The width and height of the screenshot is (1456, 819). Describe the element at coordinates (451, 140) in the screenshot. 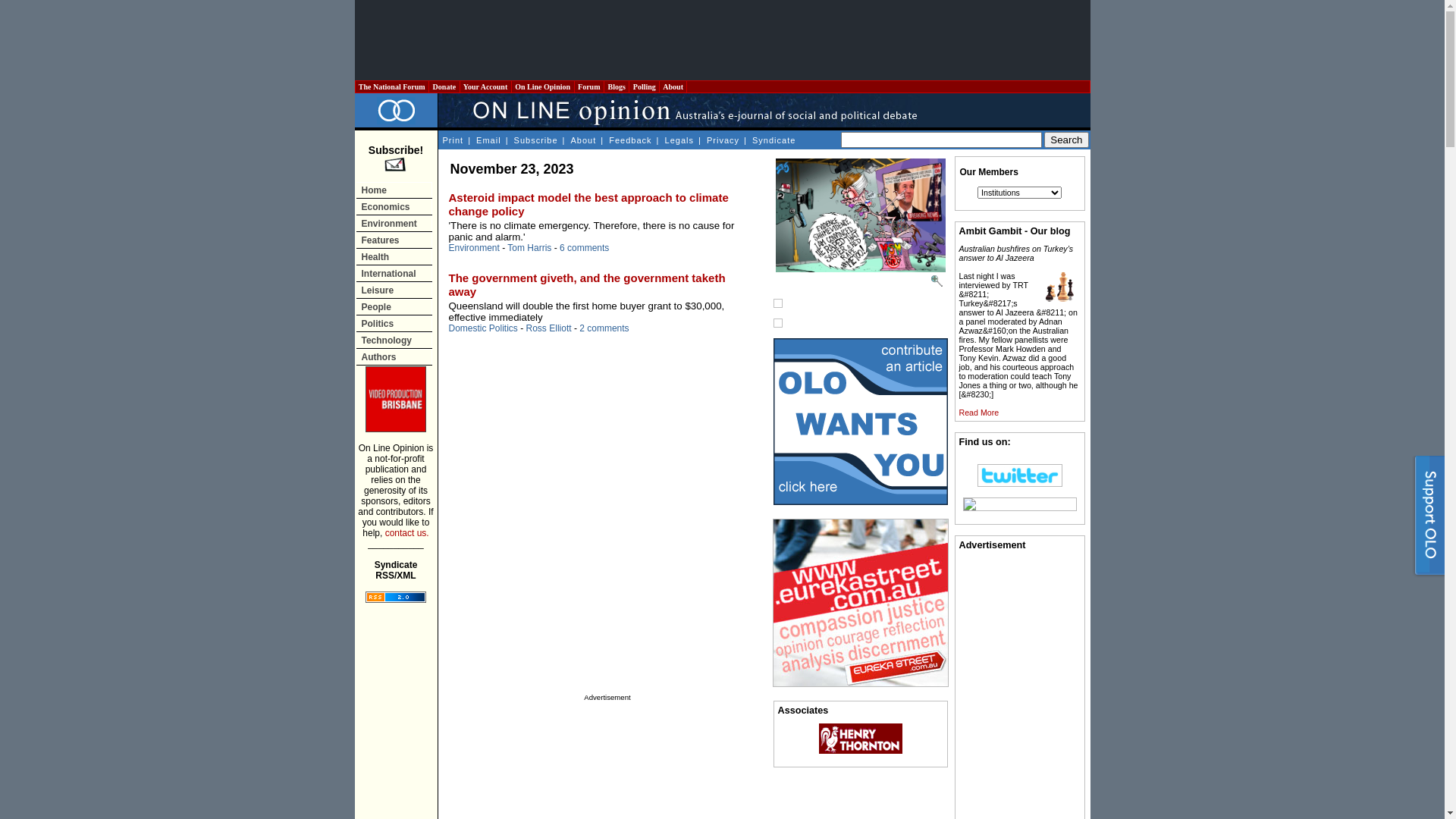

I see `'Print'` at that location.